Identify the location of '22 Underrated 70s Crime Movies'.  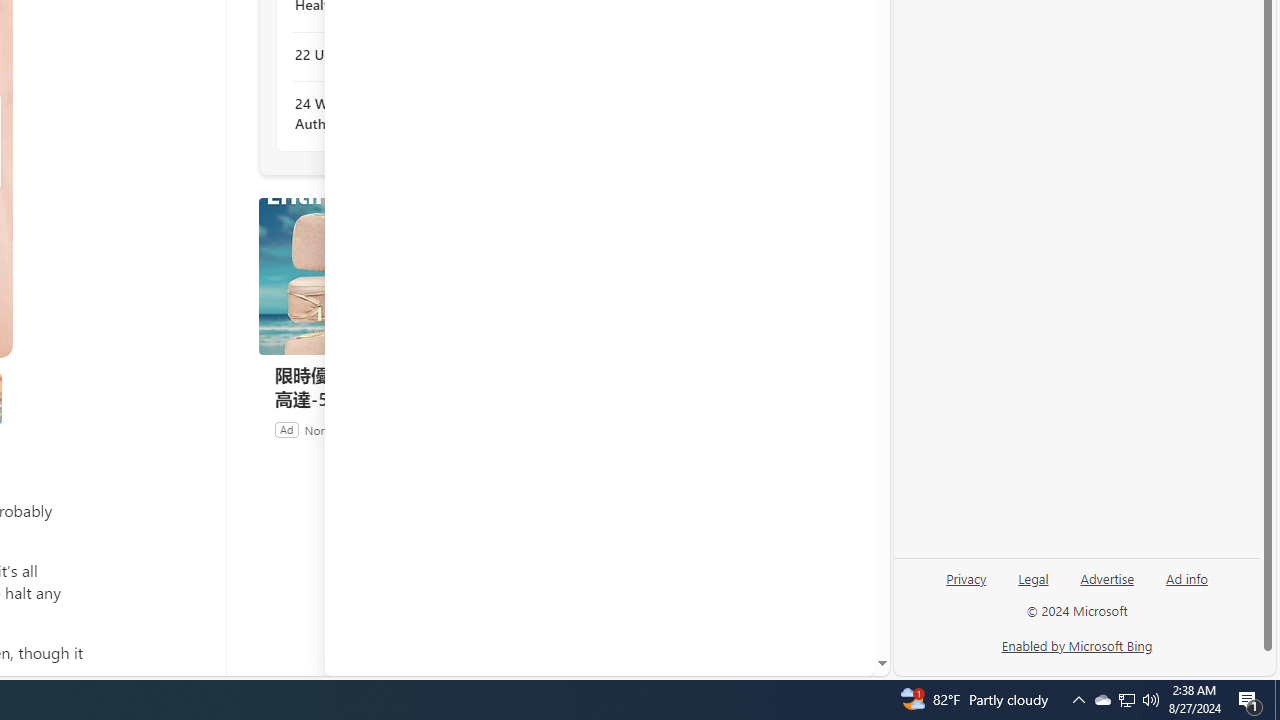
(402, 53).